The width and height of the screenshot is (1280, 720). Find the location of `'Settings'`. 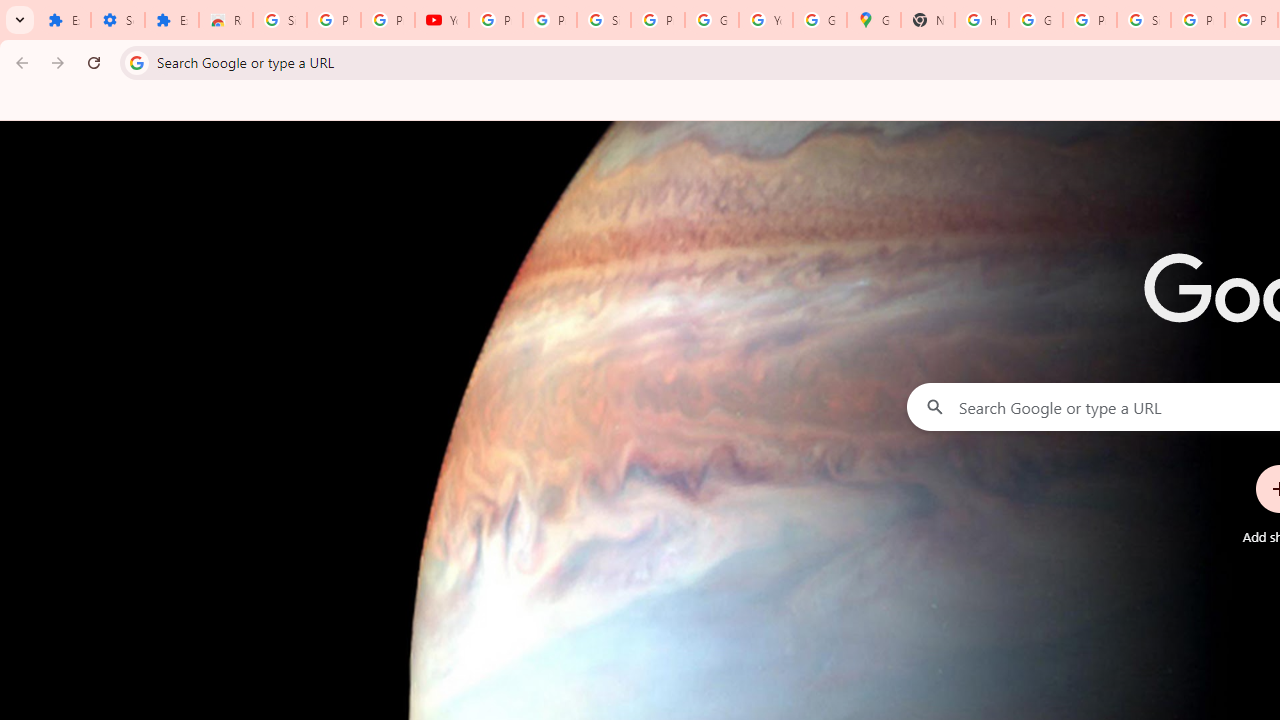

'Settings' is located at coordinates (116, 20).